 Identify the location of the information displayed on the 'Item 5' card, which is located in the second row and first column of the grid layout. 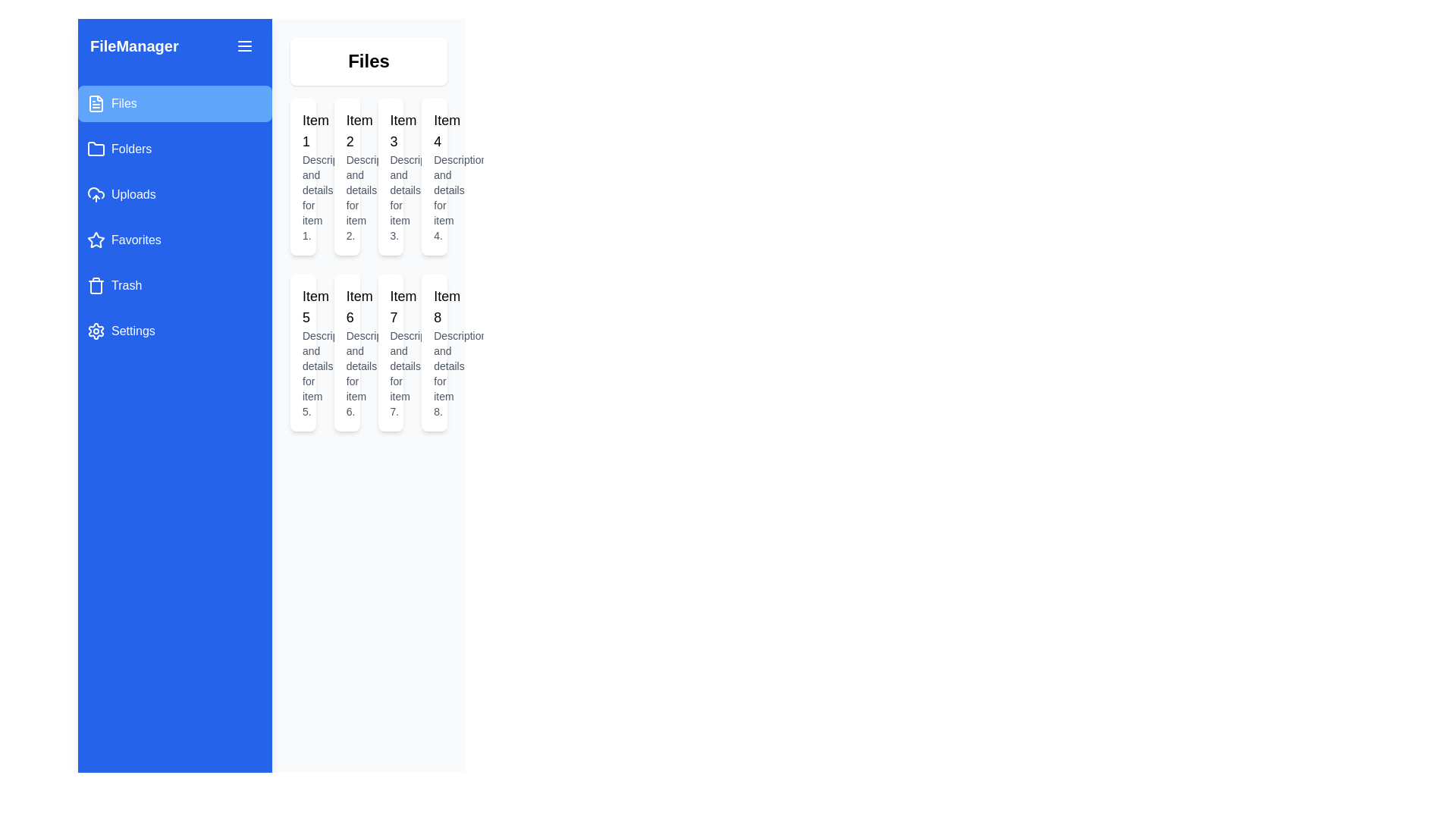
(303, 353).